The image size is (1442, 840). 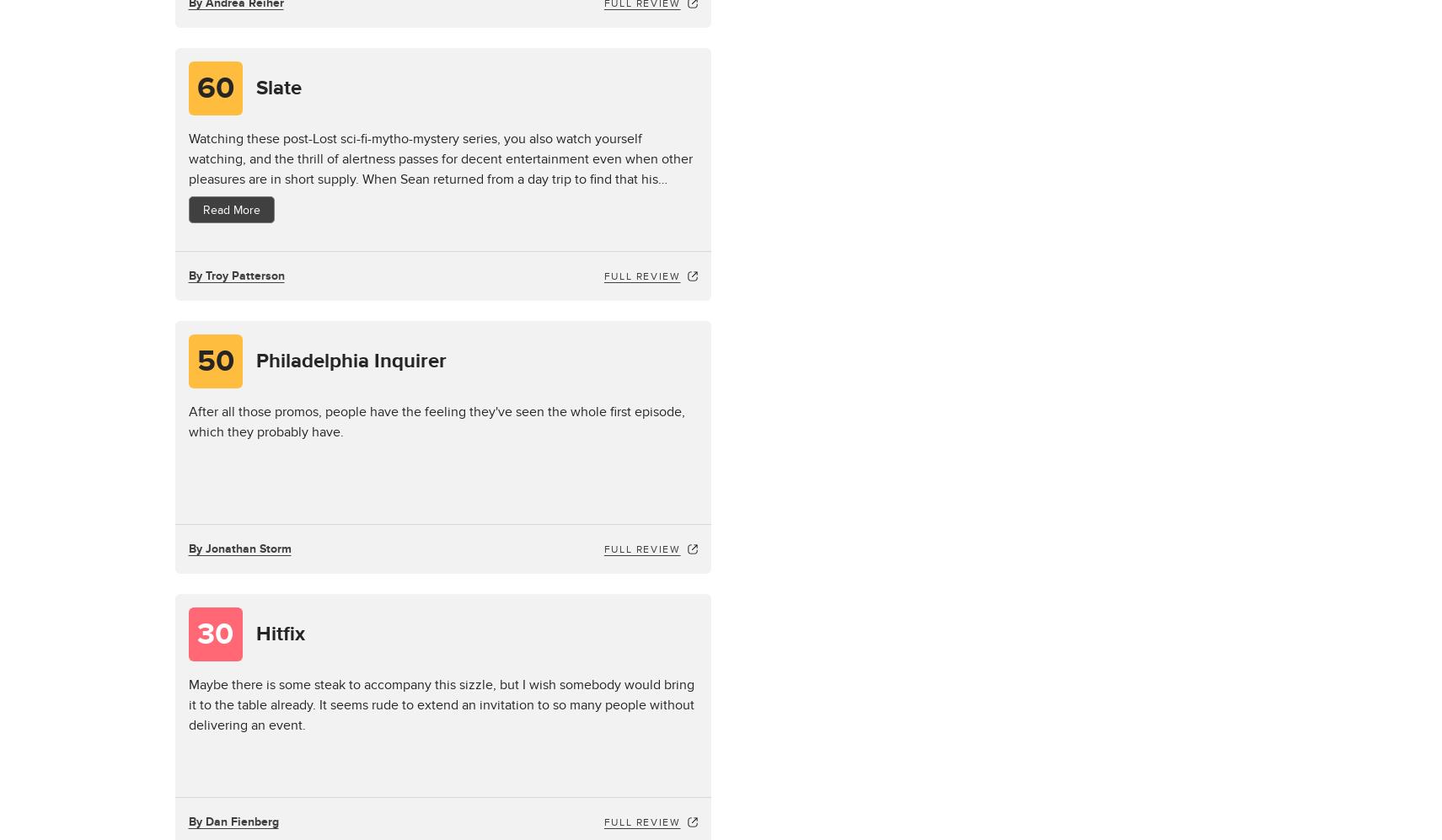 I want to click on 'After all those promos, people have the feeling they've seen the whole first episode, which they probably have.', so click(x=436, y=420).